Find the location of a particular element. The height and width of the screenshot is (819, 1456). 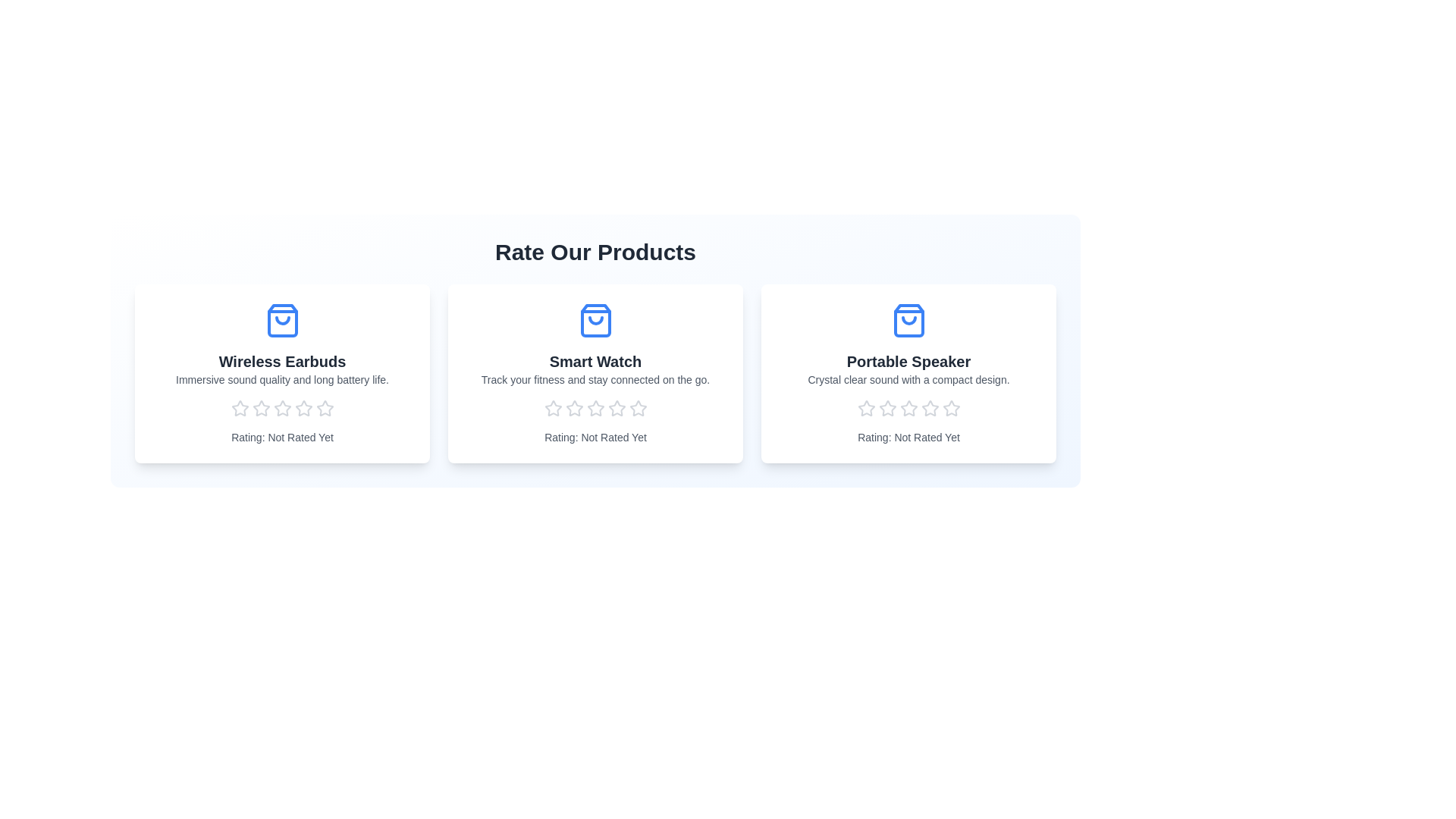

the product name and icon for the 'Wireless Earbuds' product is located at coordinates (282, 320).